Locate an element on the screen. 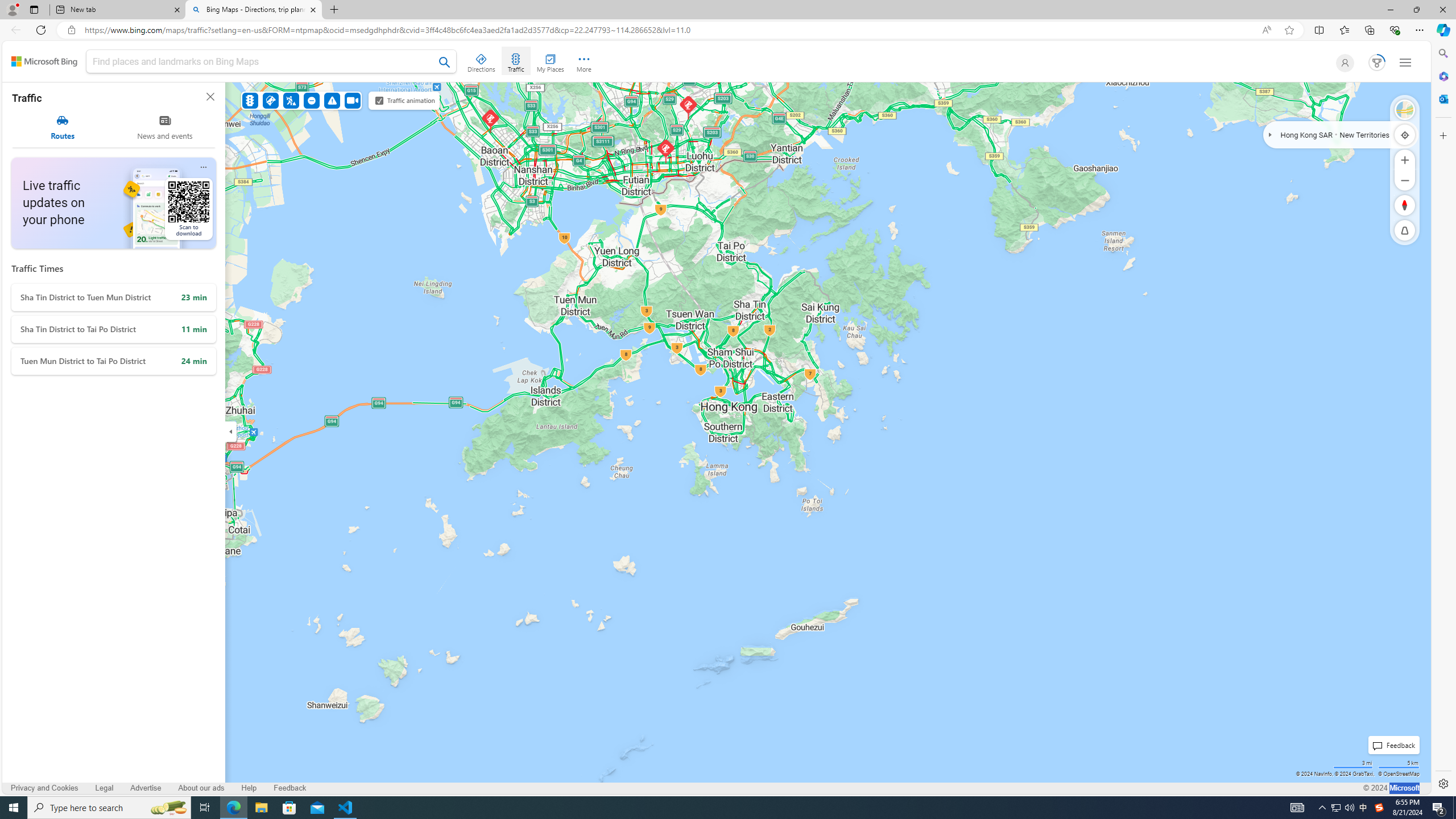 Image resolution: width=1456 pixels, height=819 pixels. 'Reset to Default Pitch' is located at coordinates (1405, 230).